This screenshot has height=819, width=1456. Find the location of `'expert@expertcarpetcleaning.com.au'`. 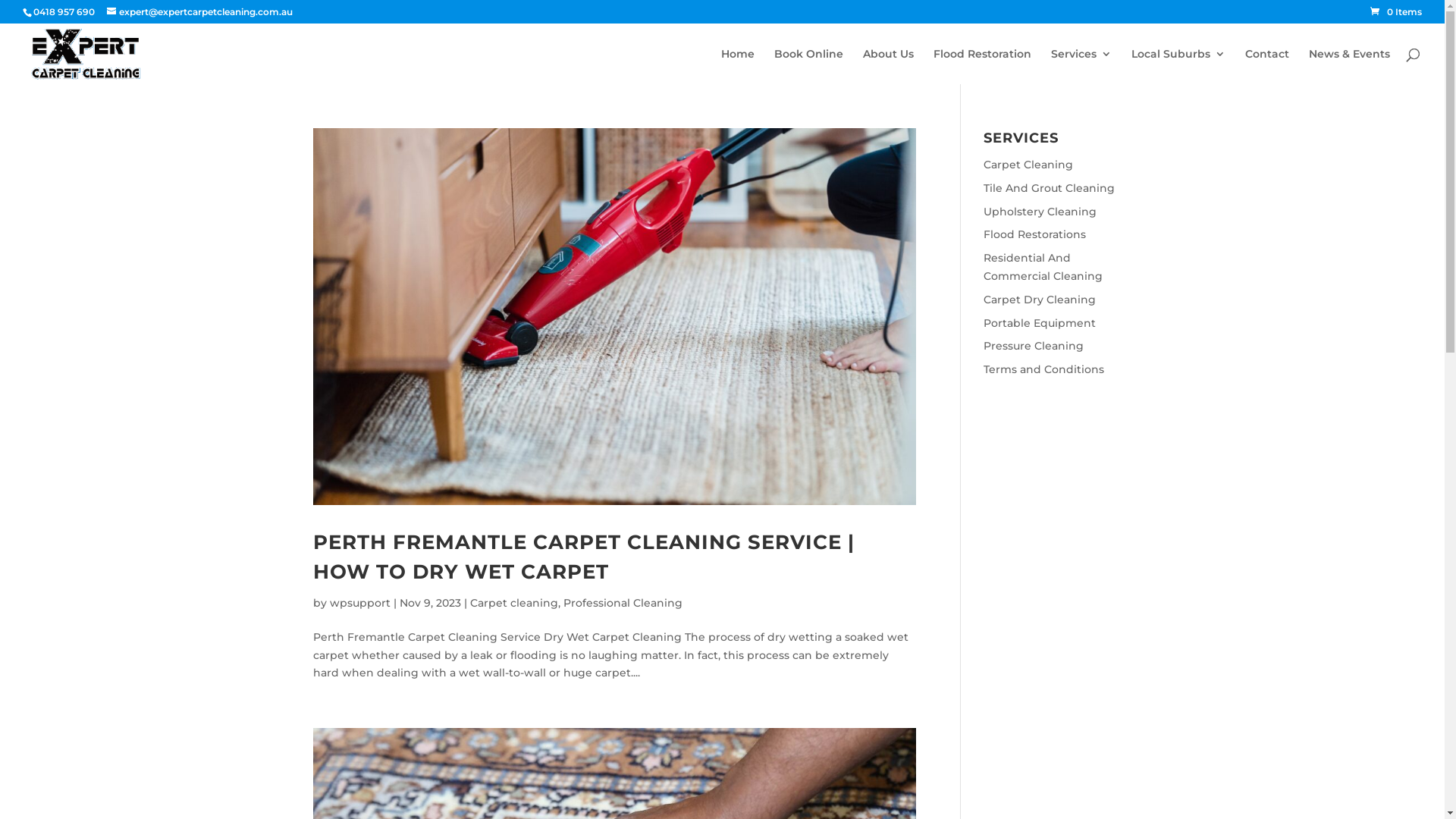

'expert@expertcarpetcleaning.com.au' is located at coordinates (199, 11).